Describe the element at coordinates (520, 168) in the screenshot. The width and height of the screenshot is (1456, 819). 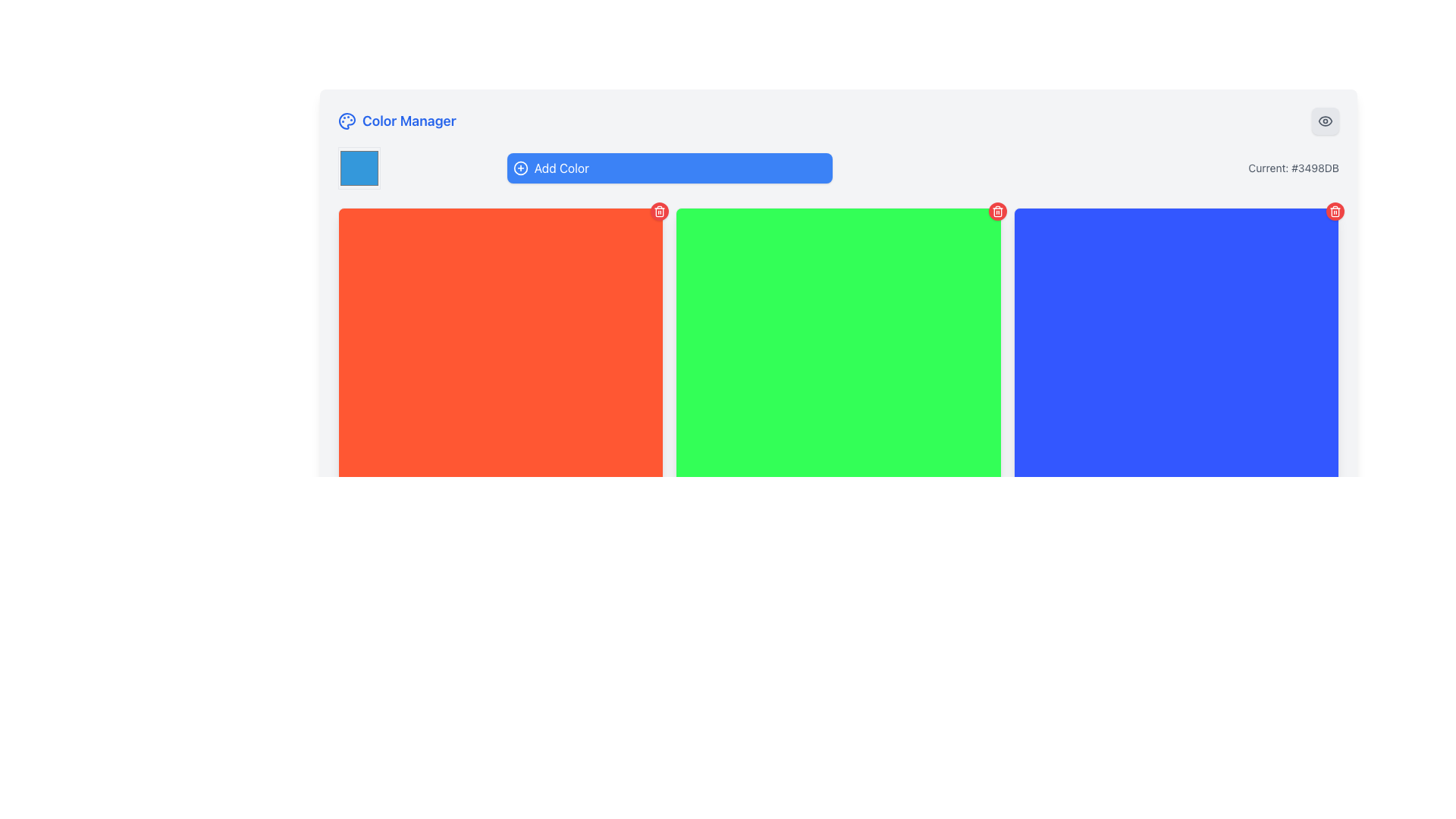
I see `the 'Add Color' icon located to the left of the text label in the 'Add Color' button at the top-center section of the interface` at that location.